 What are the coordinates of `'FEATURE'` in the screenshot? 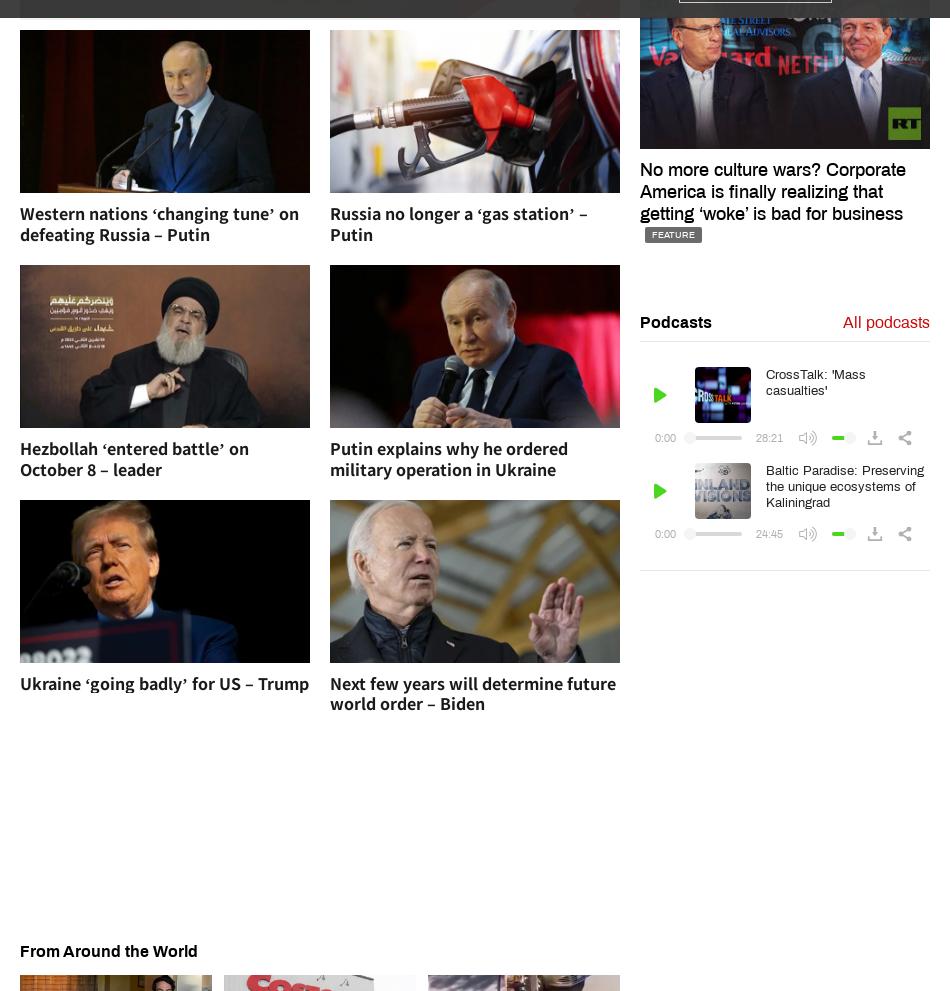 It's located at (672, 234).